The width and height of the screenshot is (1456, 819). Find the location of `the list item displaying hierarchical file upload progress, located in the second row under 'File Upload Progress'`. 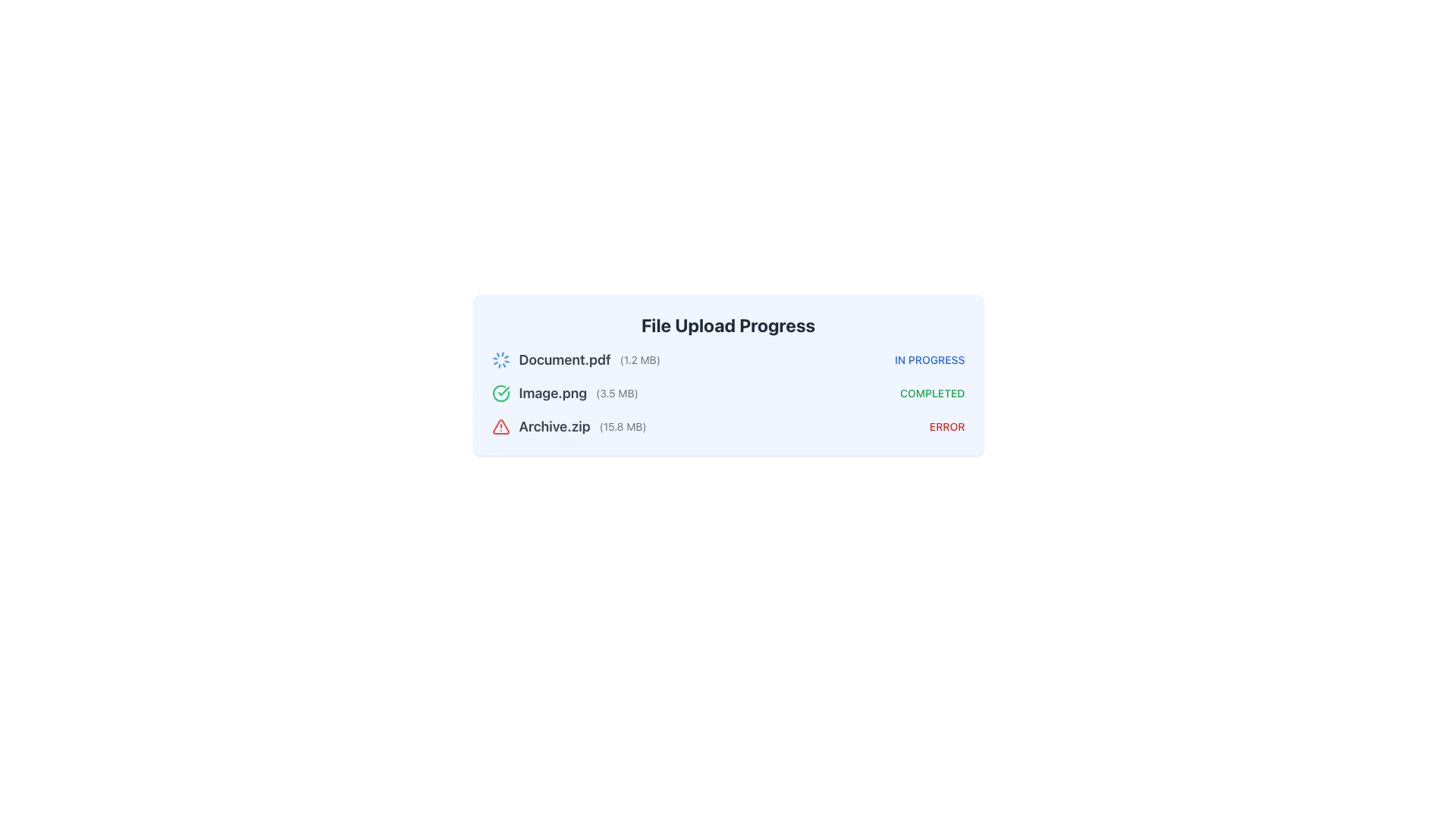

the list item displaying hierarchical file upload progress, located in the second row under 'File Upload Progress' is located at coordinates (728, 393).